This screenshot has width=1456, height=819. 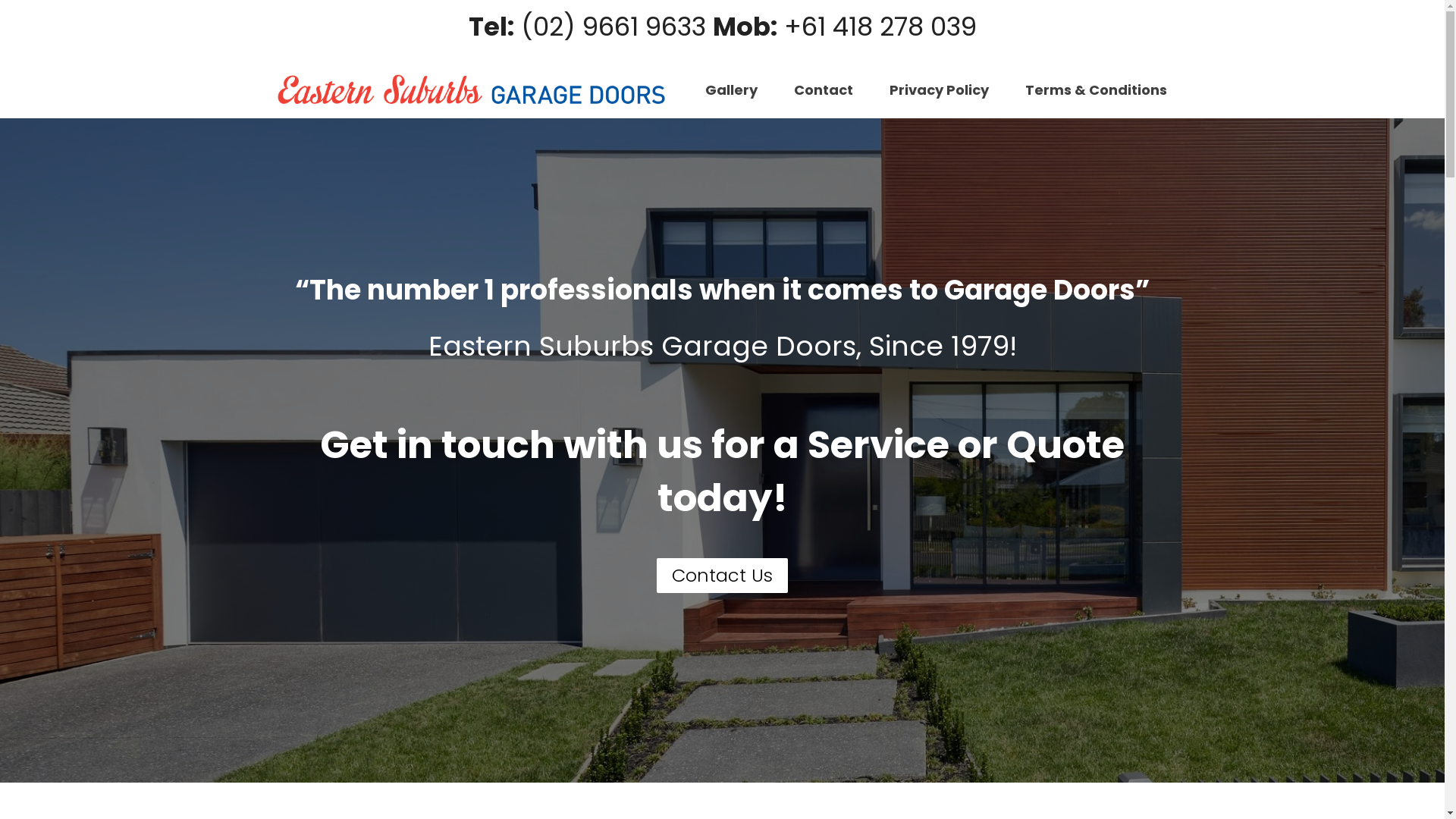 What do you see at coordinates (871, 89) in the screenshot?
I see `'Privacy Policy'` at bounding box center [871, 89].